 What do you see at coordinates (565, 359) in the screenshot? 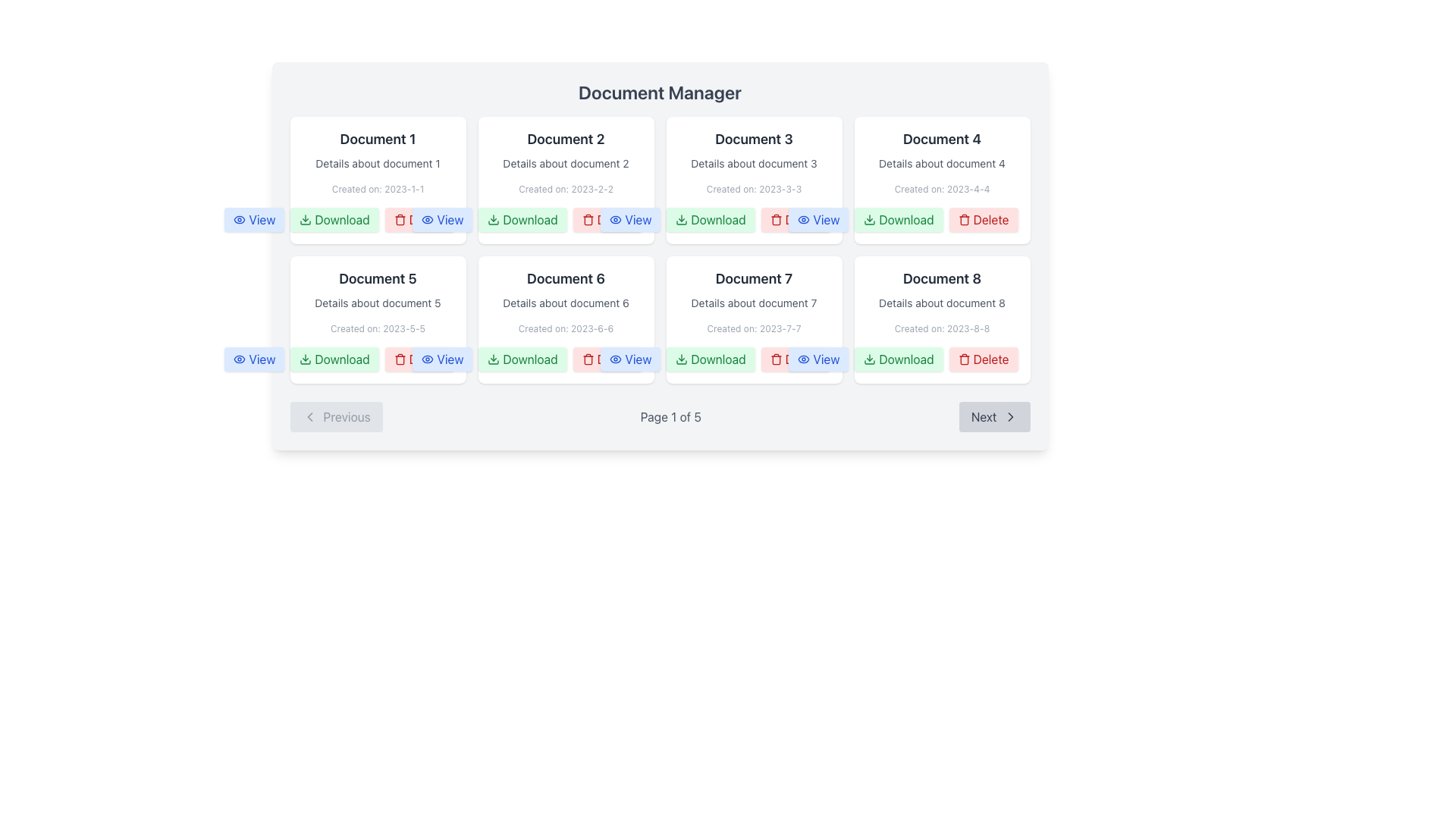
I see `the 'Download', 'Delete', or 'View' button` at bounding box center [565, 359].